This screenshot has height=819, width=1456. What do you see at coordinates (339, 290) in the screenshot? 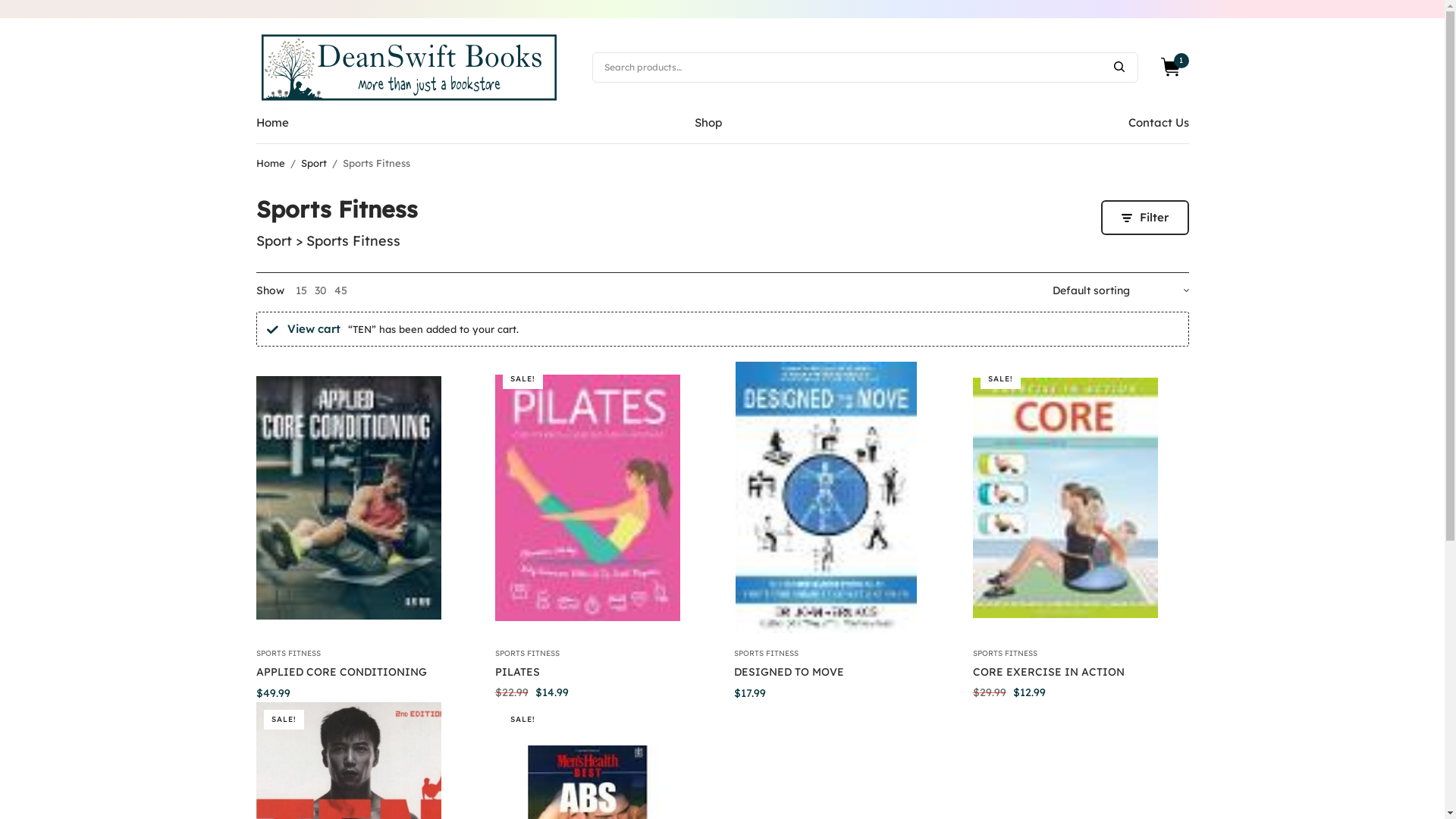
I see `'45'` at bounding box center [339, 290].